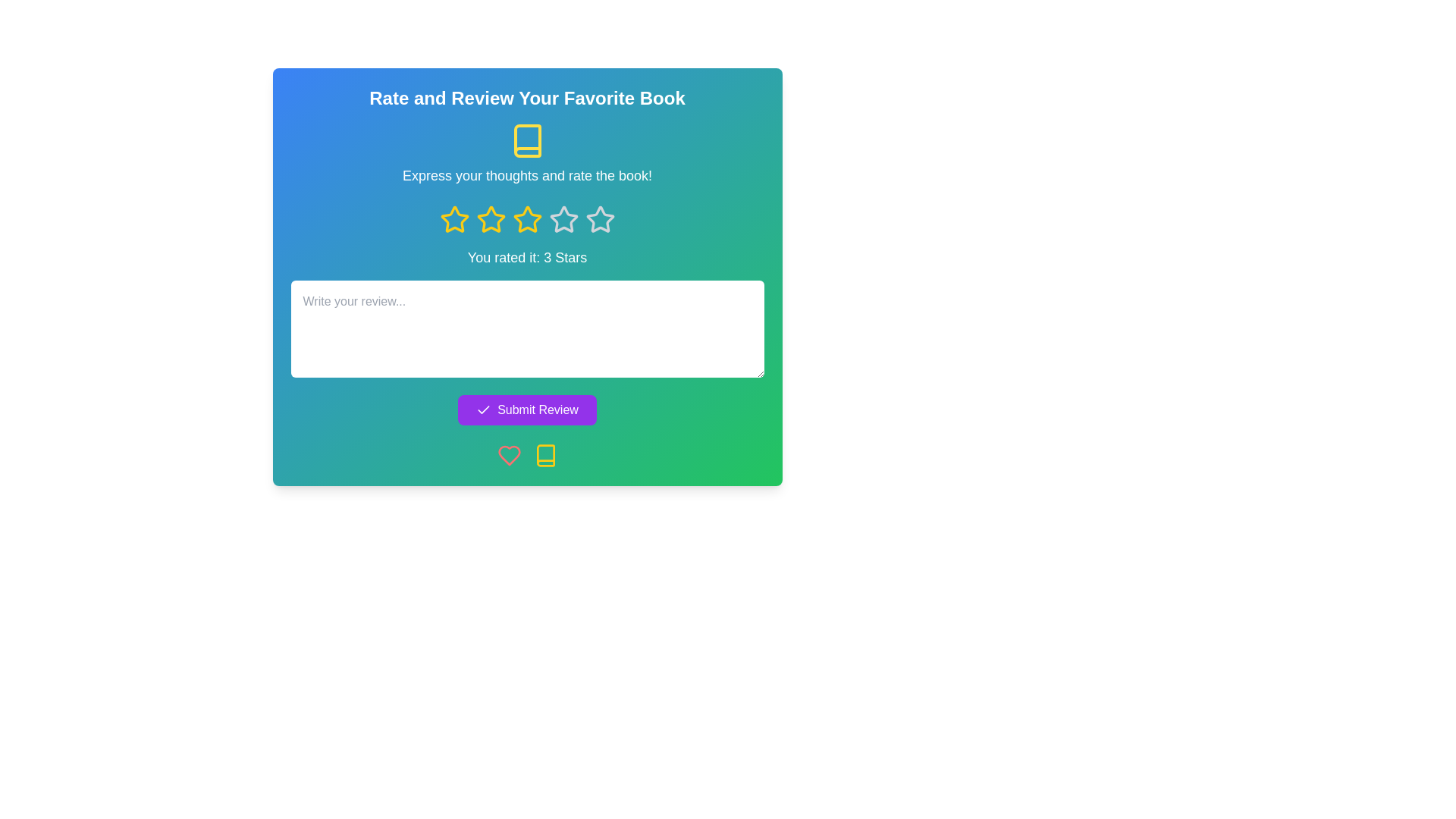  What do you see at coordinates (527, 140) in the screenshot?
I see `the book SVG icon located at the center of the dialog box, positioned above the text 'Express your thoughts and rate the book!' and beneath the title 'Rate and Review Your Favorite Book.'` at bounding box center [527, 140].